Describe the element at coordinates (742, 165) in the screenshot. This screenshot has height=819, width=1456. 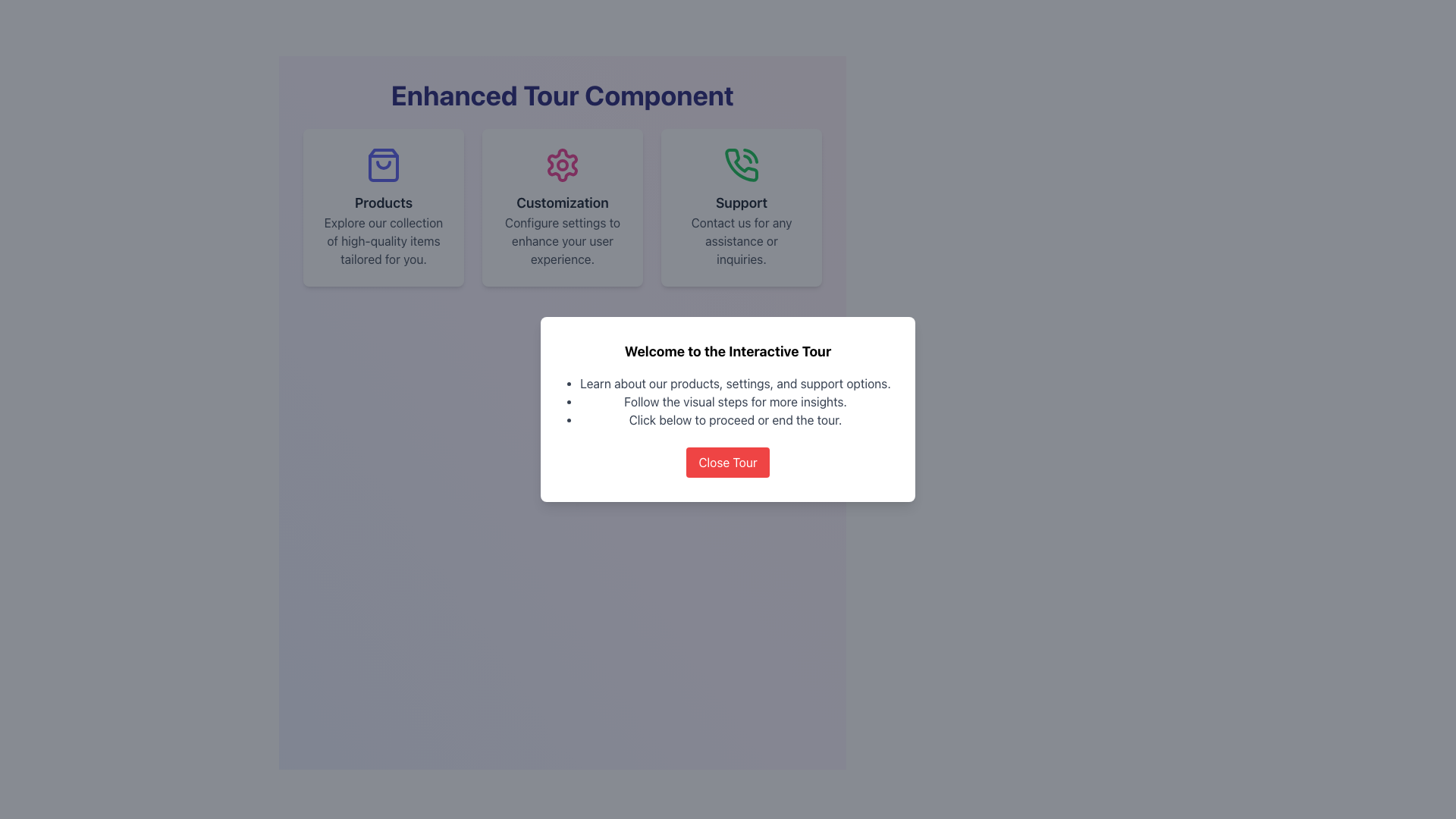
I see `the Phone icon within the Support card, which represents the customer support feature` at that location.